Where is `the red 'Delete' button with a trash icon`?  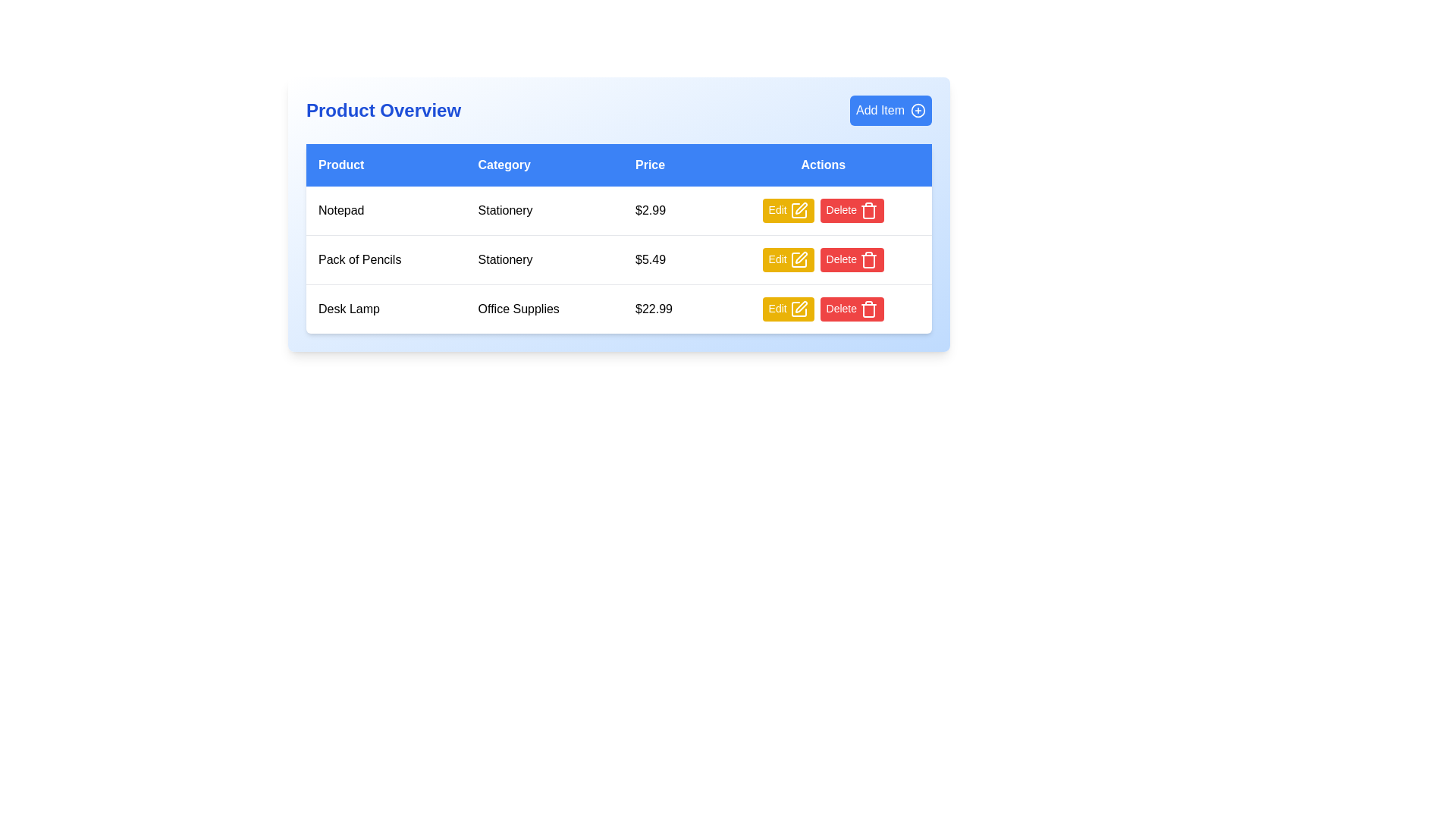 the red 'Delete' button with a trash icon is located at coordinates (852, 309).